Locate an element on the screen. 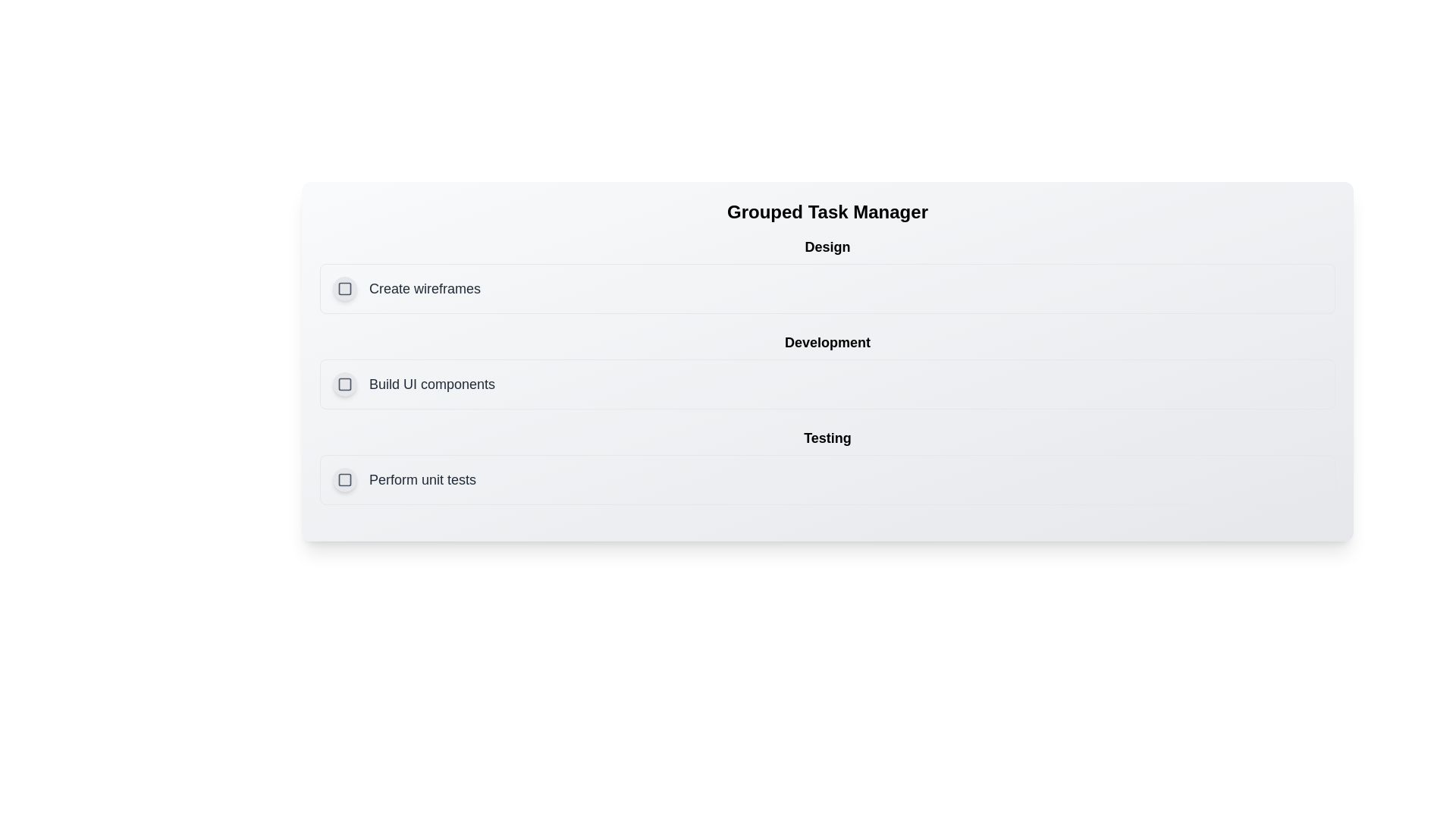 This screenshot has width=1456, height=819. the checkbox or text of the second task item in the 'Development' to-do list, which allows users to mark the task as completed is located at coordinates (414, 383).